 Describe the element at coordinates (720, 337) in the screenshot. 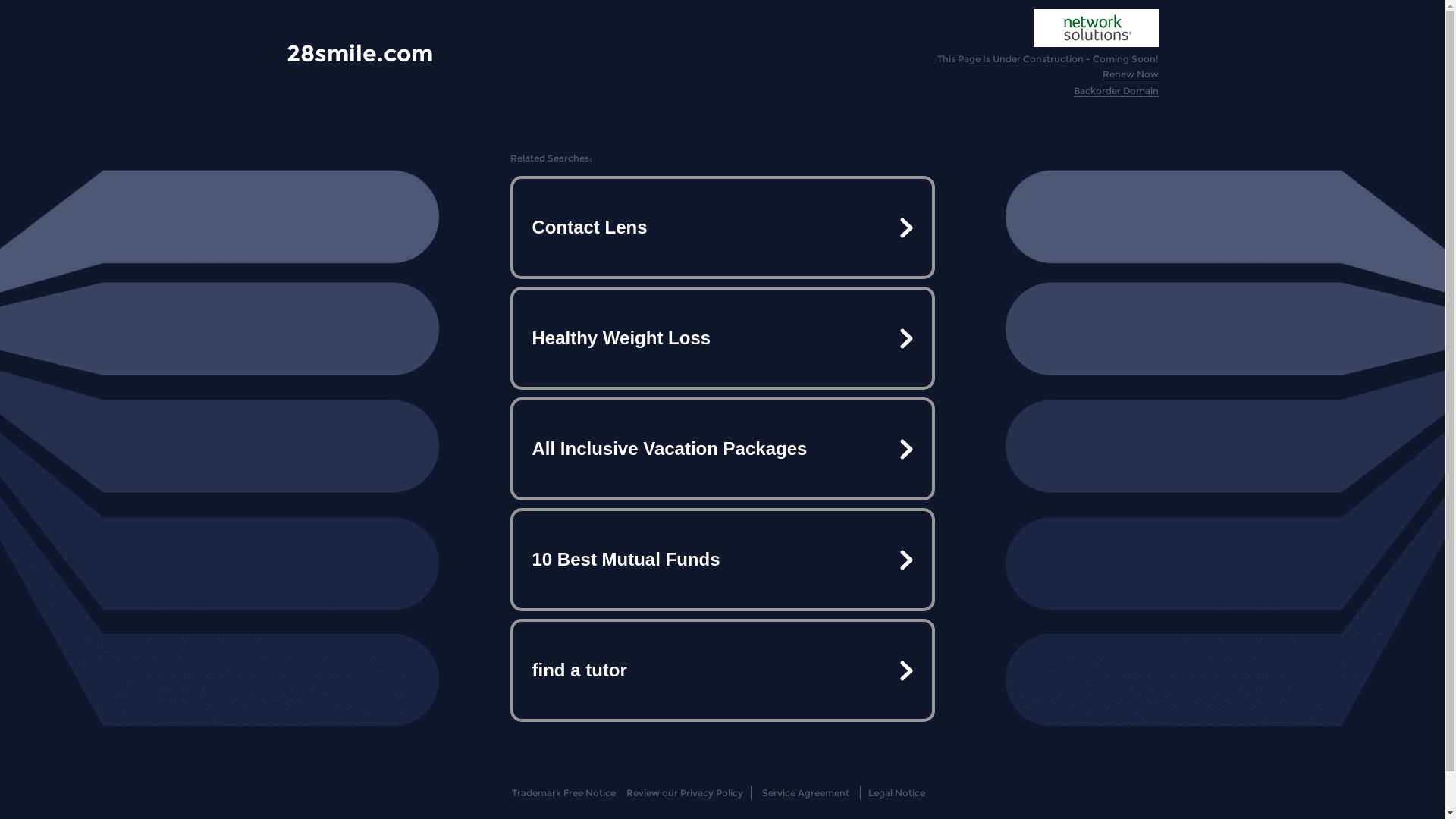

I see `'Healthy Weight Loss'` at that location.